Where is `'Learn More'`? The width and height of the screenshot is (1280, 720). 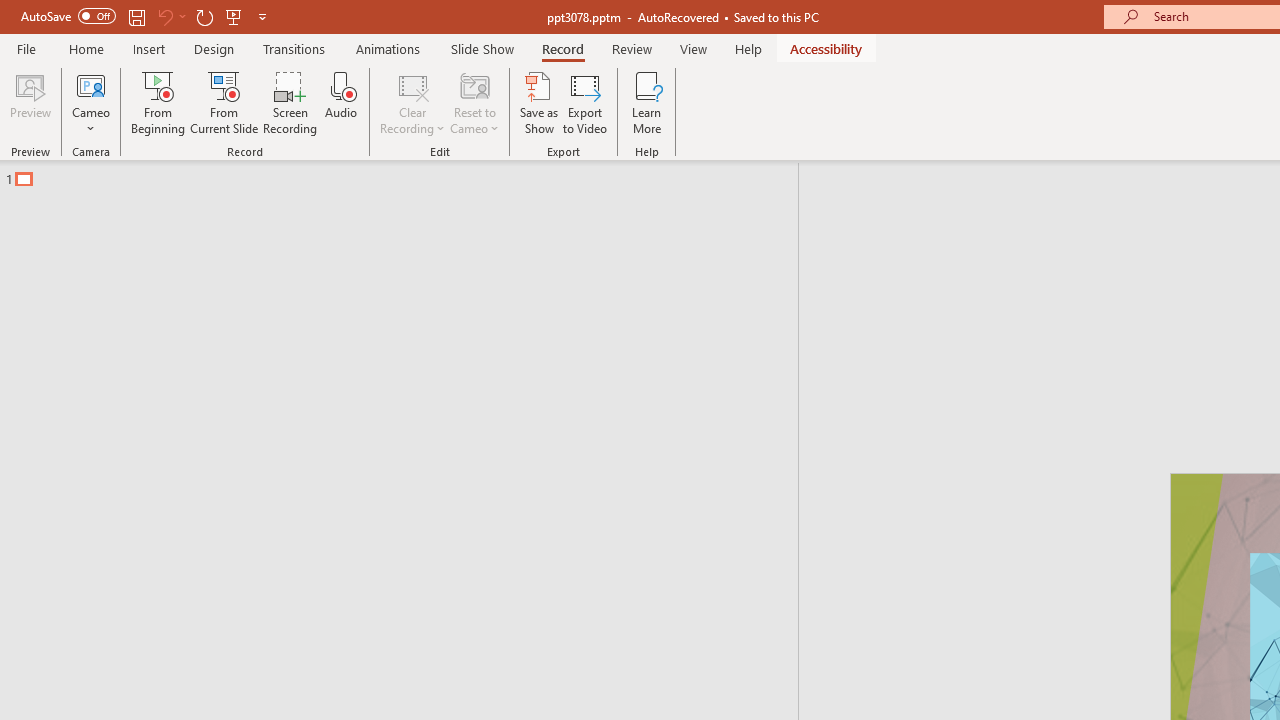
'Learn More' is located at coordinates (647, 103).